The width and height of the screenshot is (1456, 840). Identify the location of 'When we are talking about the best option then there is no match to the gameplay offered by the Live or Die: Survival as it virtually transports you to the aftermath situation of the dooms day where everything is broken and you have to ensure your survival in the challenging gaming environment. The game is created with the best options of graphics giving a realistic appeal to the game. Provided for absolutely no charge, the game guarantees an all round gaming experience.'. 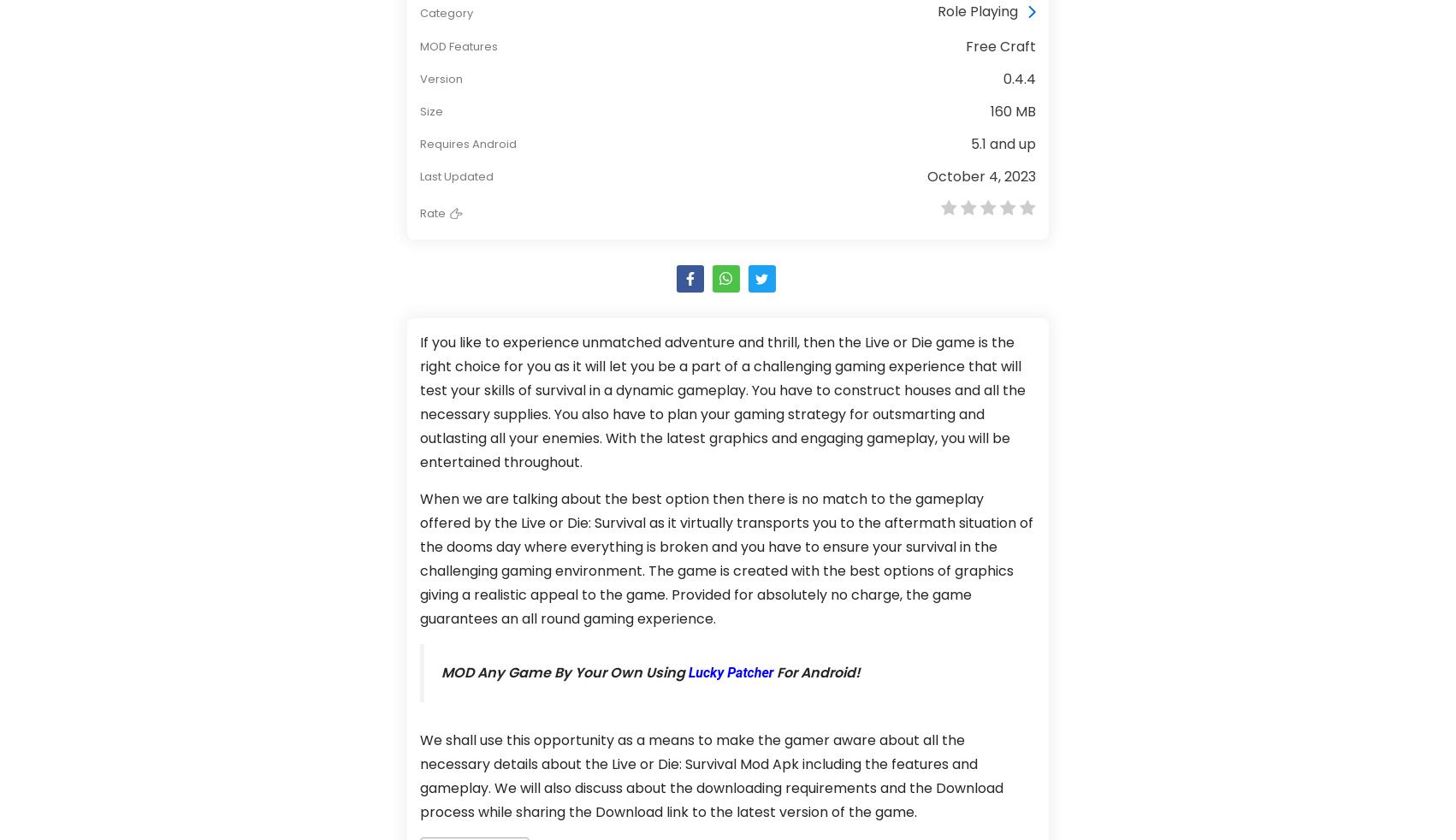
(725, 558).